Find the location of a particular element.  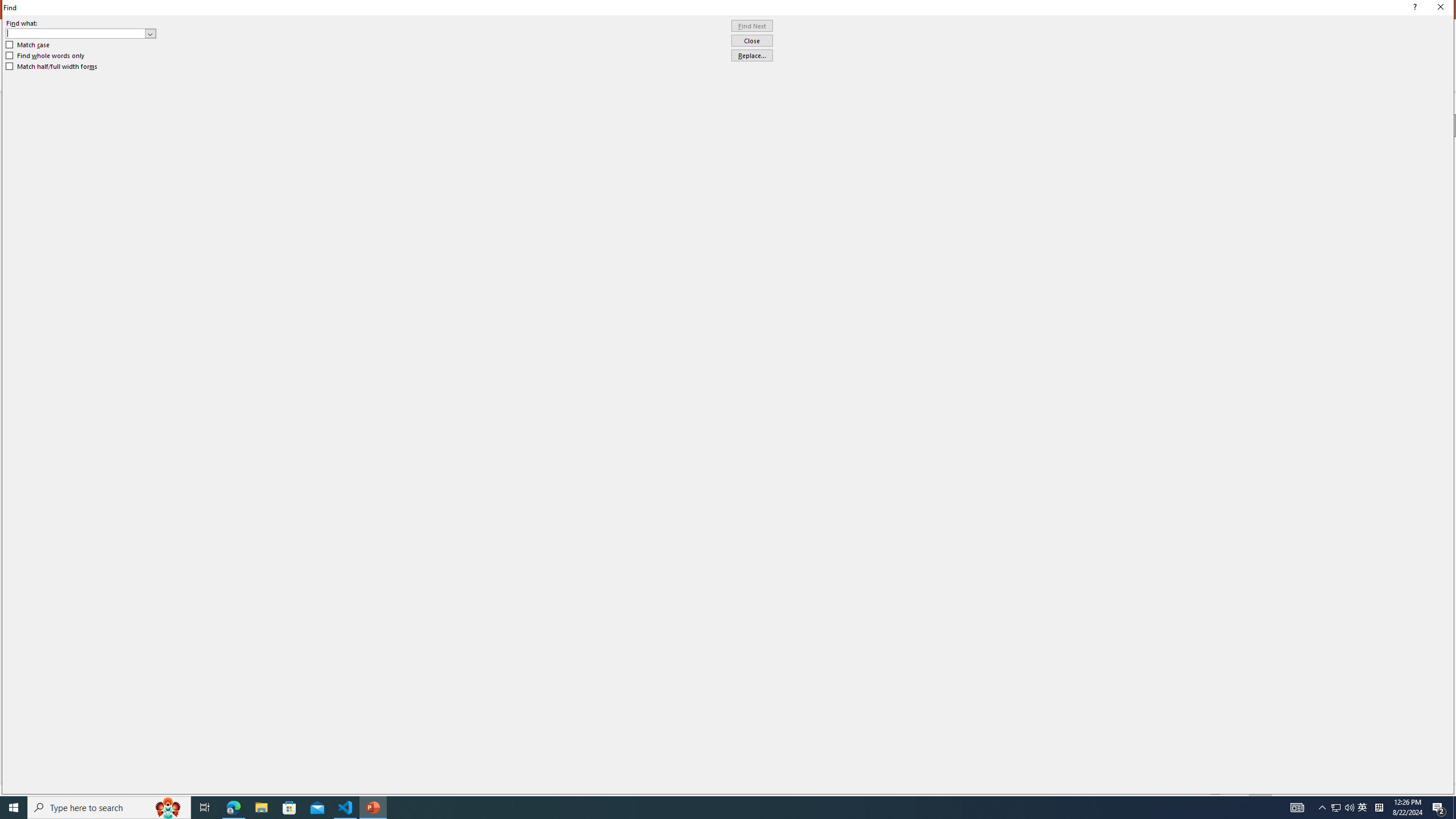

'Find what' is located at coordinates (81, 33).